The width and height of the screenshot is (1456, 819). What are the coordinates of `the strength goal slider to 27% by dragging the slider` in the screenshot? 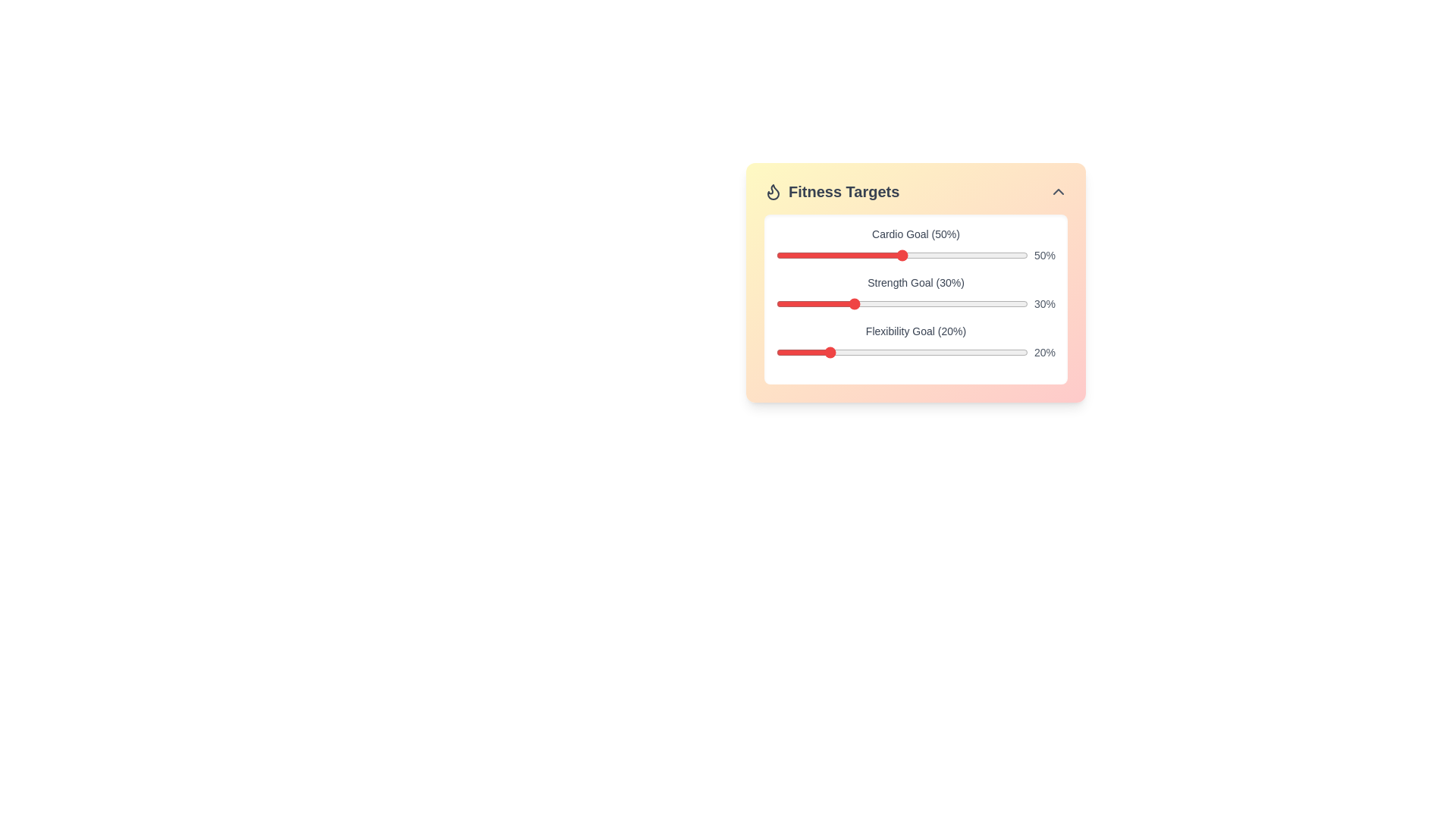 It's located at (843, 304).